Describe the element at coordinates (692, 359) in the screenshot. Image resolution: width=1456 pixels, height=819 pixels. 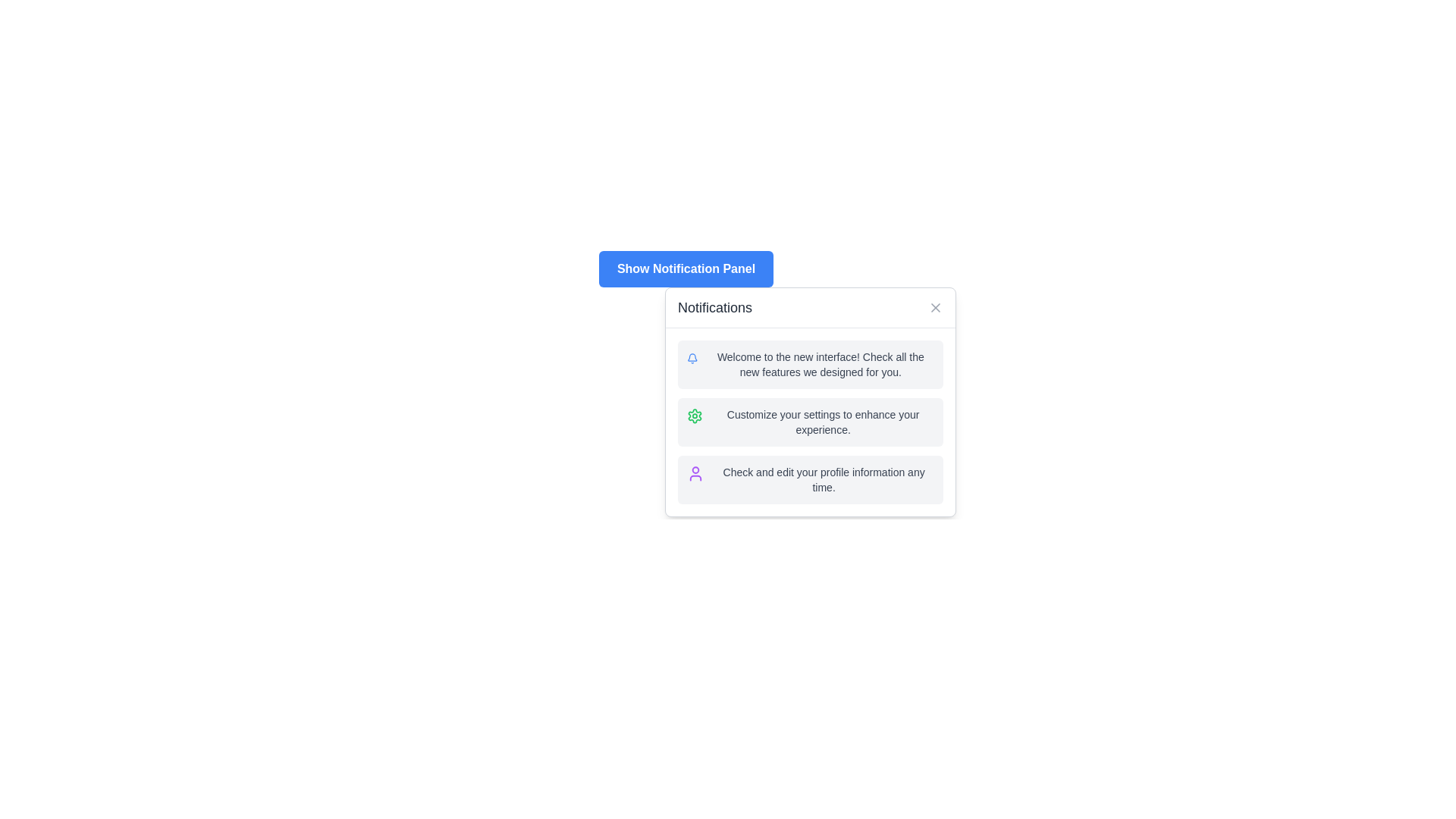
I see `the bell icon located to the left of the text 'Welcome to the new interface! Check all the new features we designed for you.' in the first notification card of the notifications panel` at that location.